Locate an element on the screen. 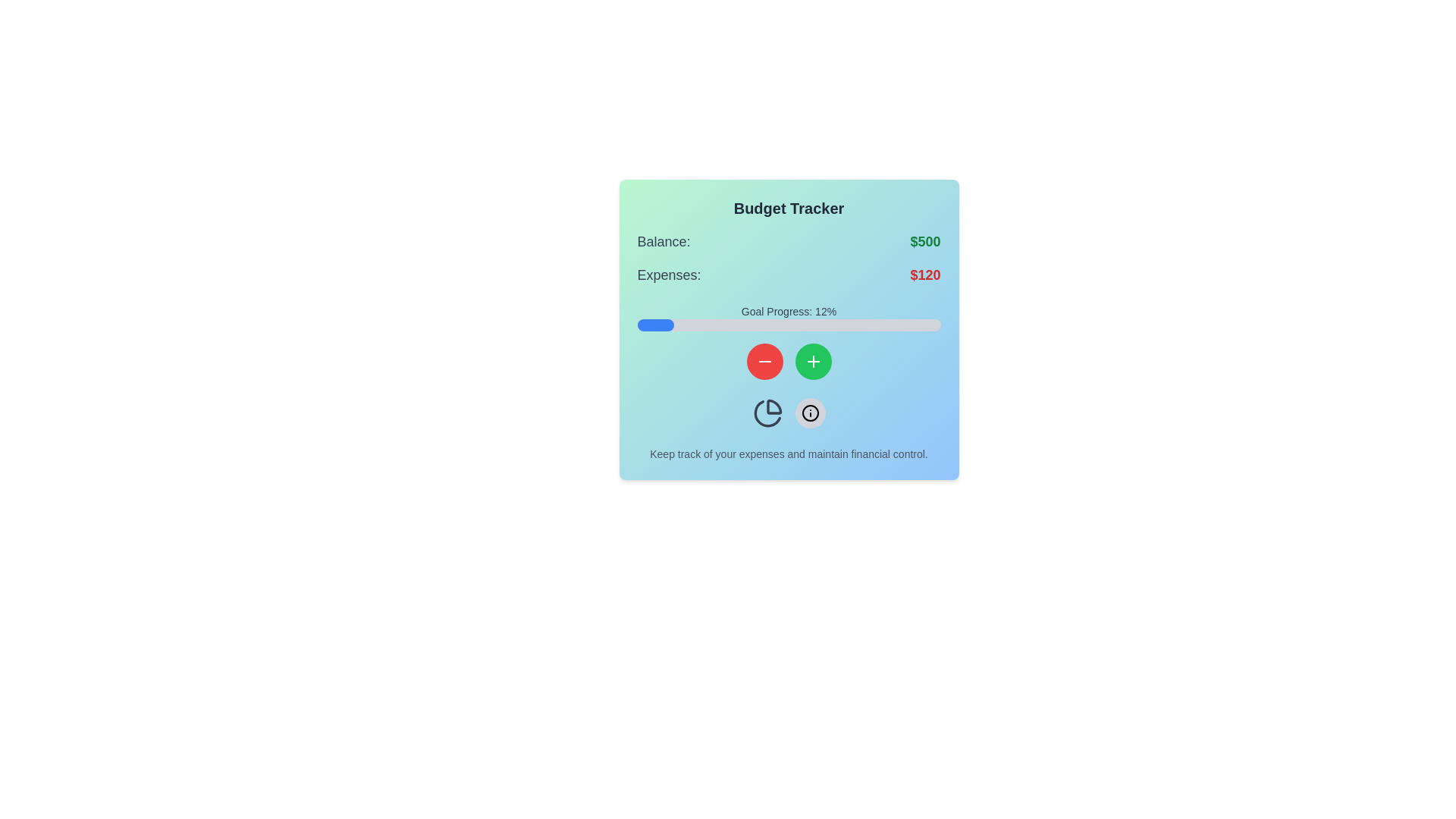 The image size is (1456, 819). the circular red button with a white minus symbol is located at coordinates (764, 362).